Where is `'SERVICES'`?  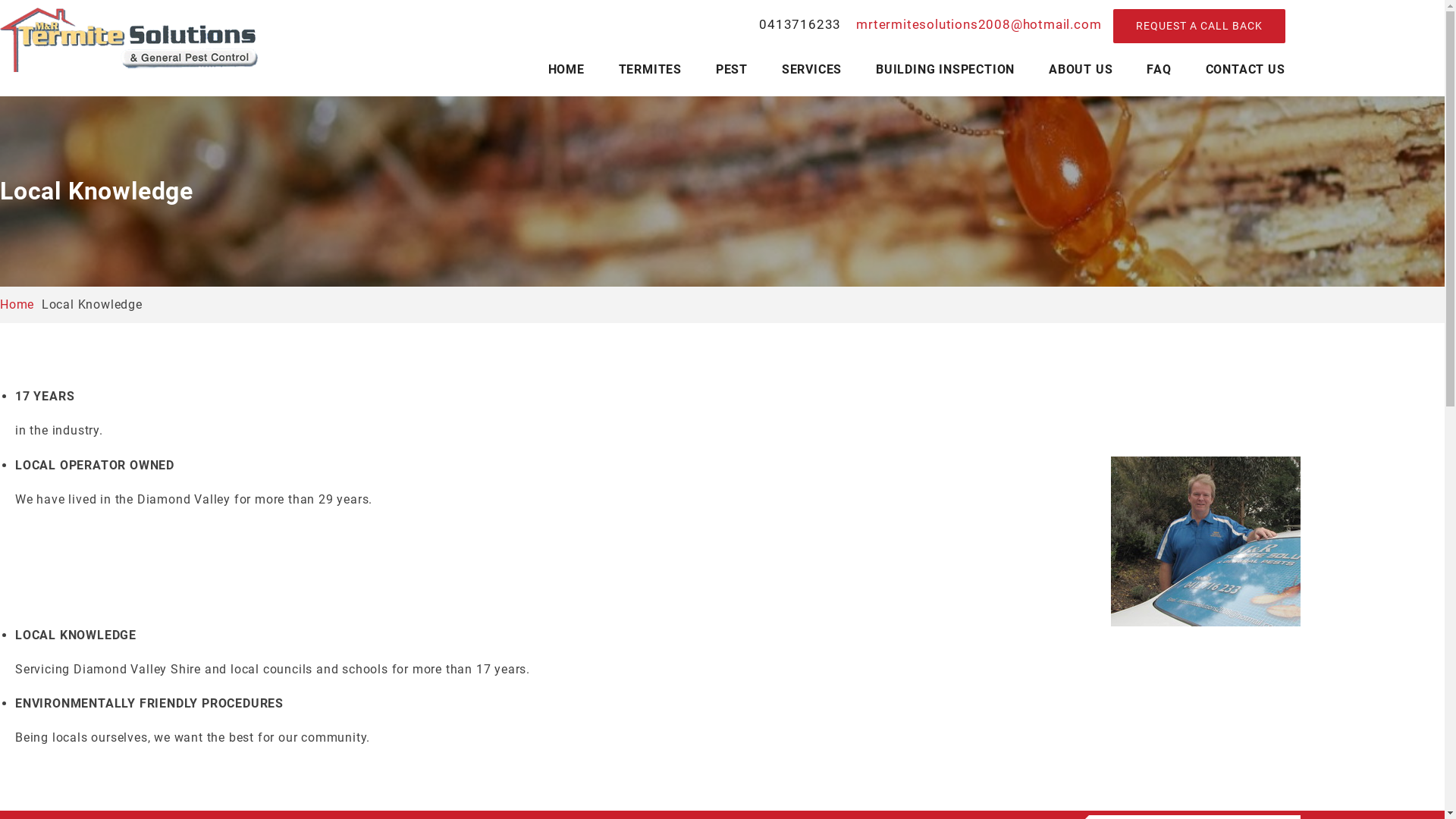
'SERVICES' is located at coordinates (811, 70).